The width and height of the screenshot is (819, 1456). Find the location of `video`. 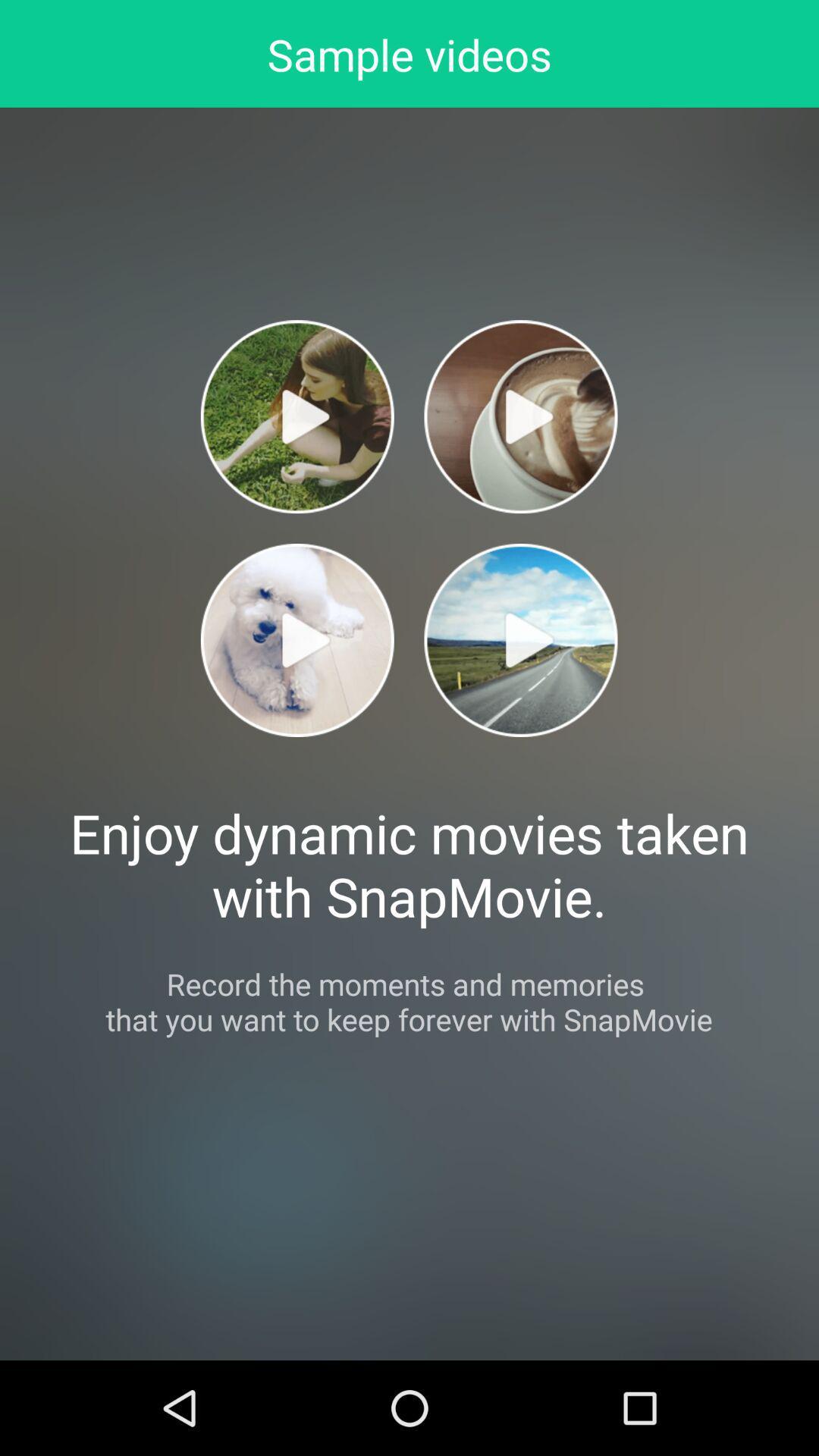

video is located at coordinates (519, 640).